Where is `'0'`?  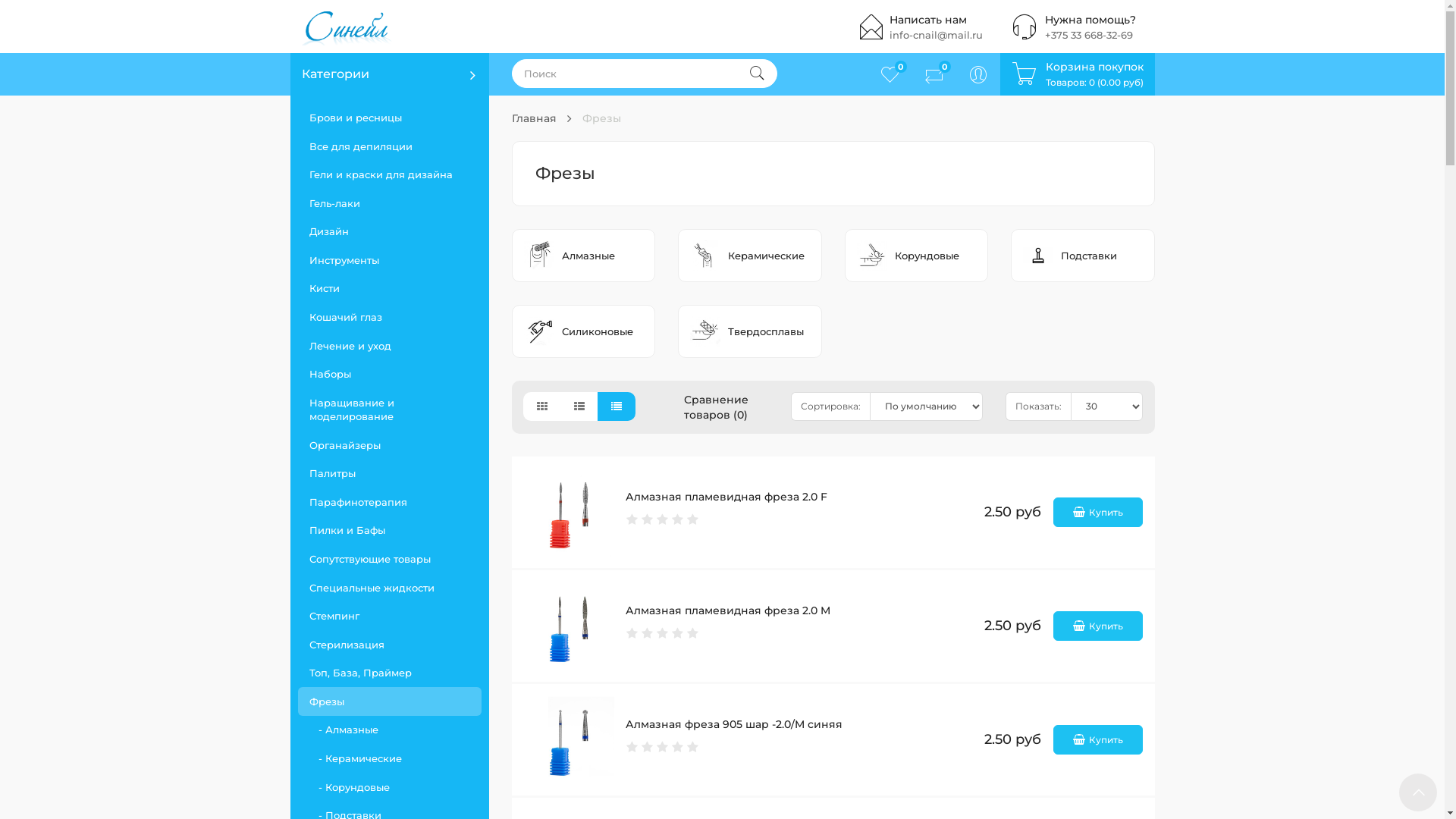 '0' is located at coordinates (867, 74).